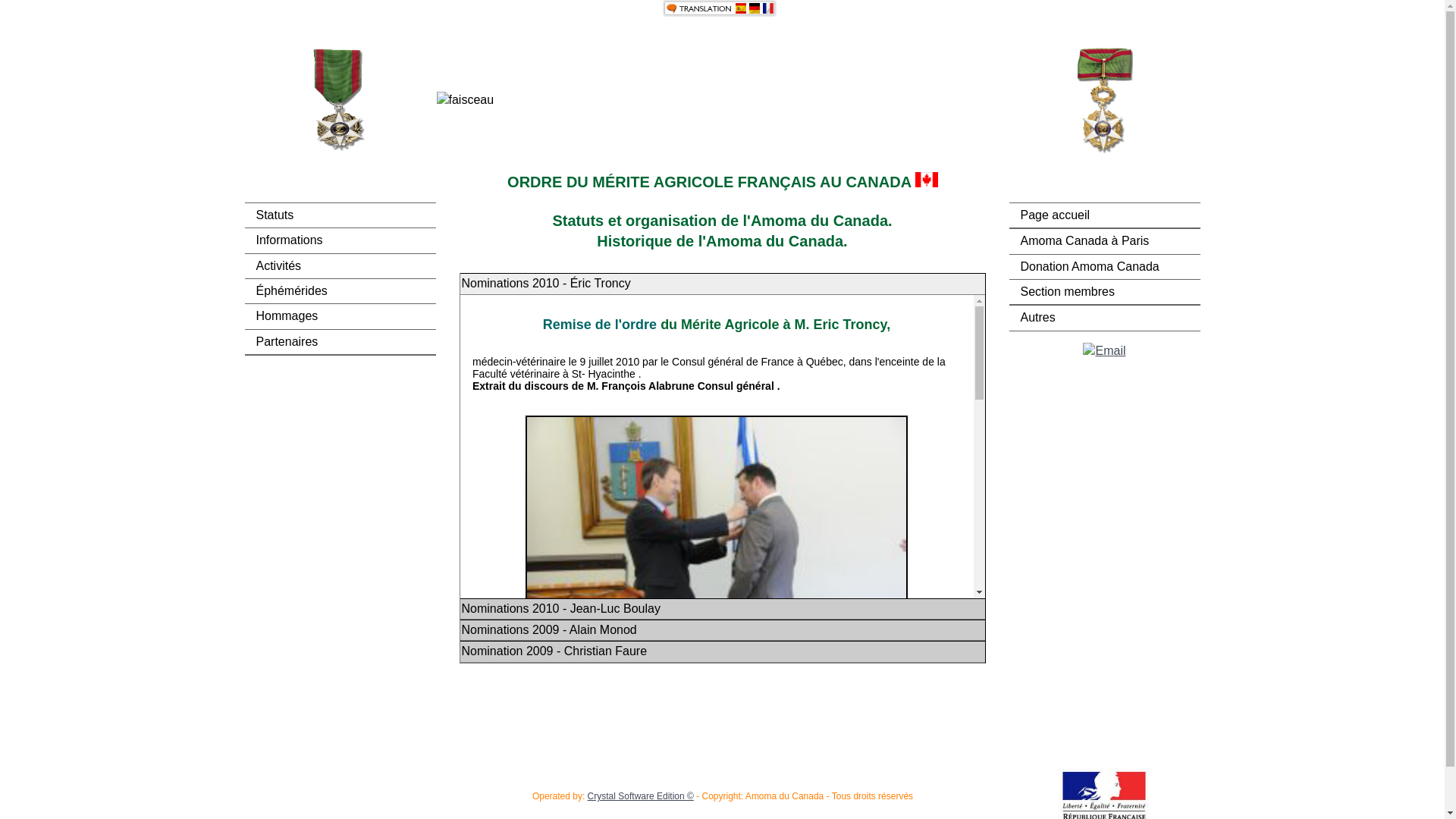 The height and width of the screenshot is (819, 1456). Describe the element at coordinates (338, 342) in the screenshot. I see `'Partenaires'` at that location.